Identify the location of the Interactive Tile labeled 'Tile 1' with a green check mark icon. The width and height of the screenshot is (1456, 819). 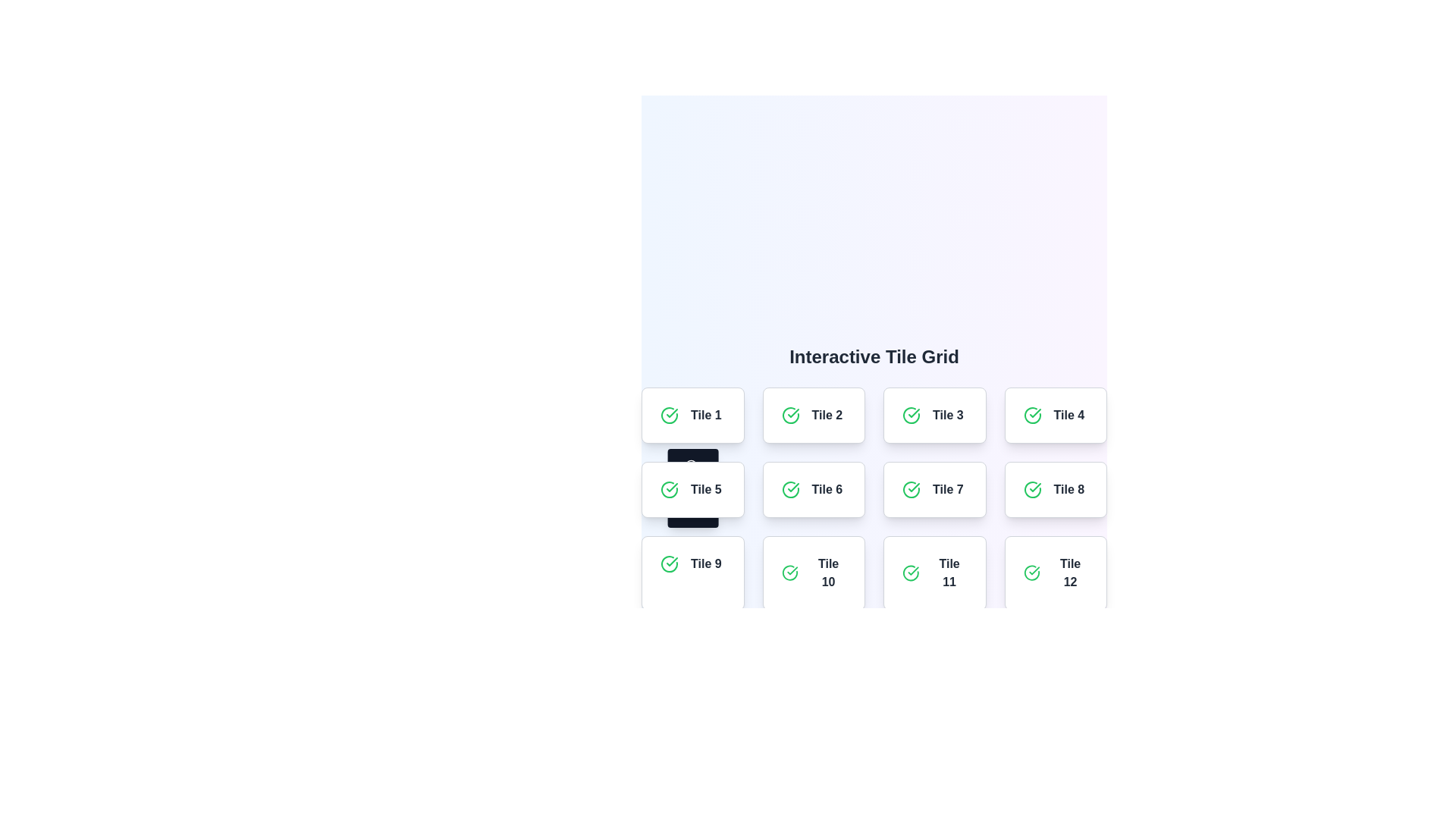
(692, 415).